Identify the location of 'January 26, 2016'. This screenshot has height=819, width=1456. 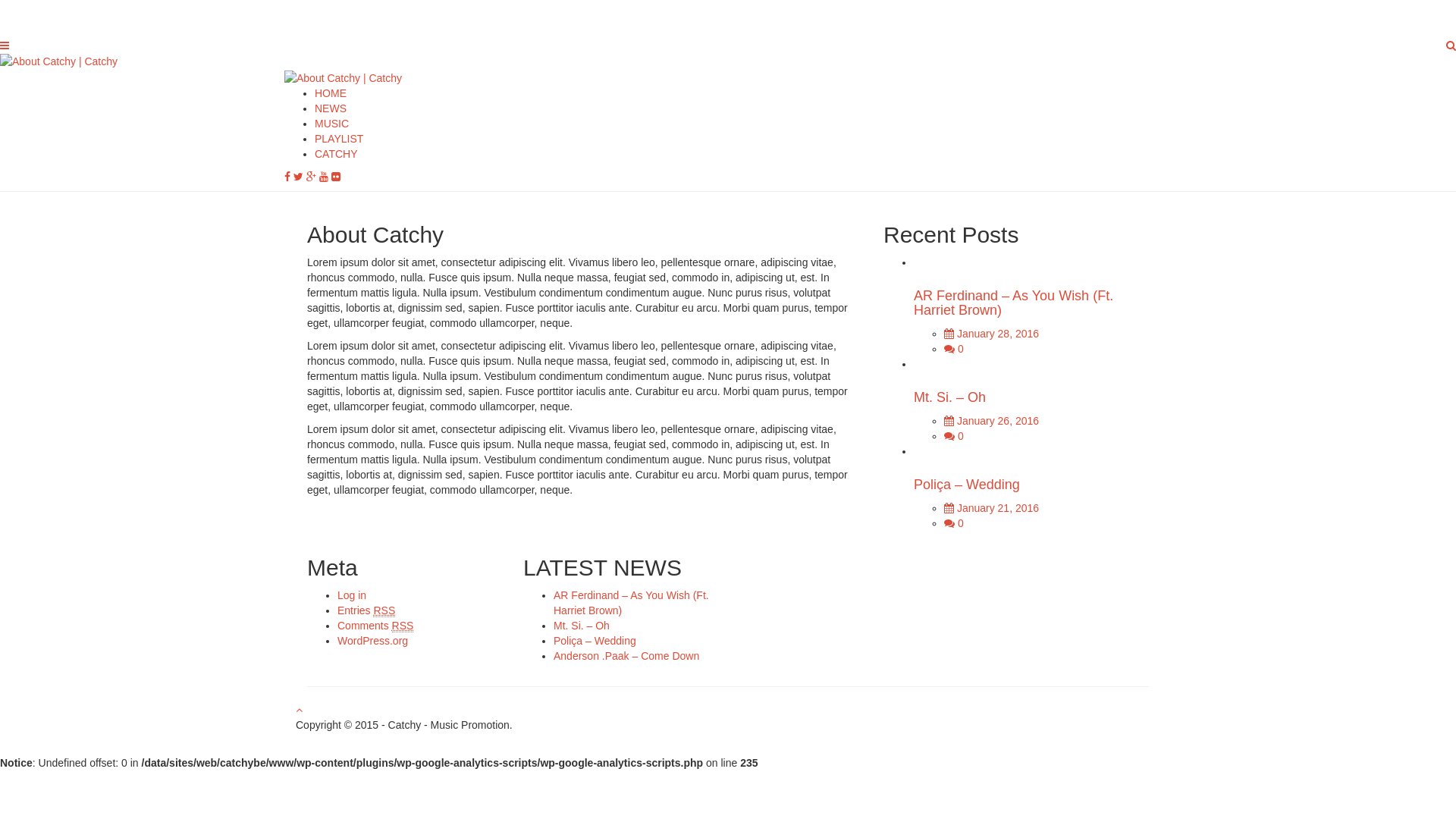
(991, 421).